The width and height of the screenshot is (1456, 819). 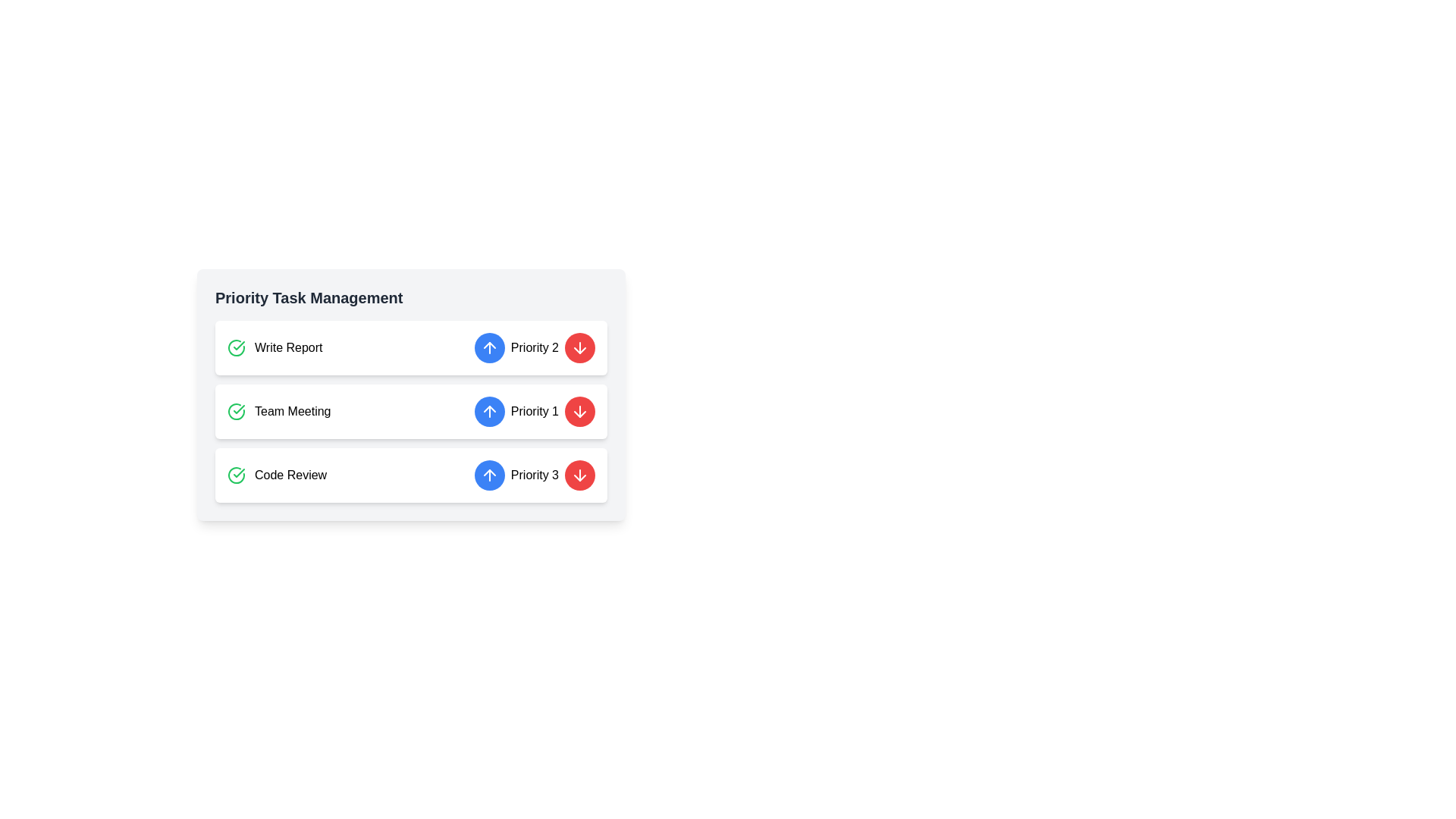 I want to click on the 'Write Report' label with a green circle check icon, which is the first item in the list of task entries in the 'Priority Task Management' card, so click(x=275, y=348).